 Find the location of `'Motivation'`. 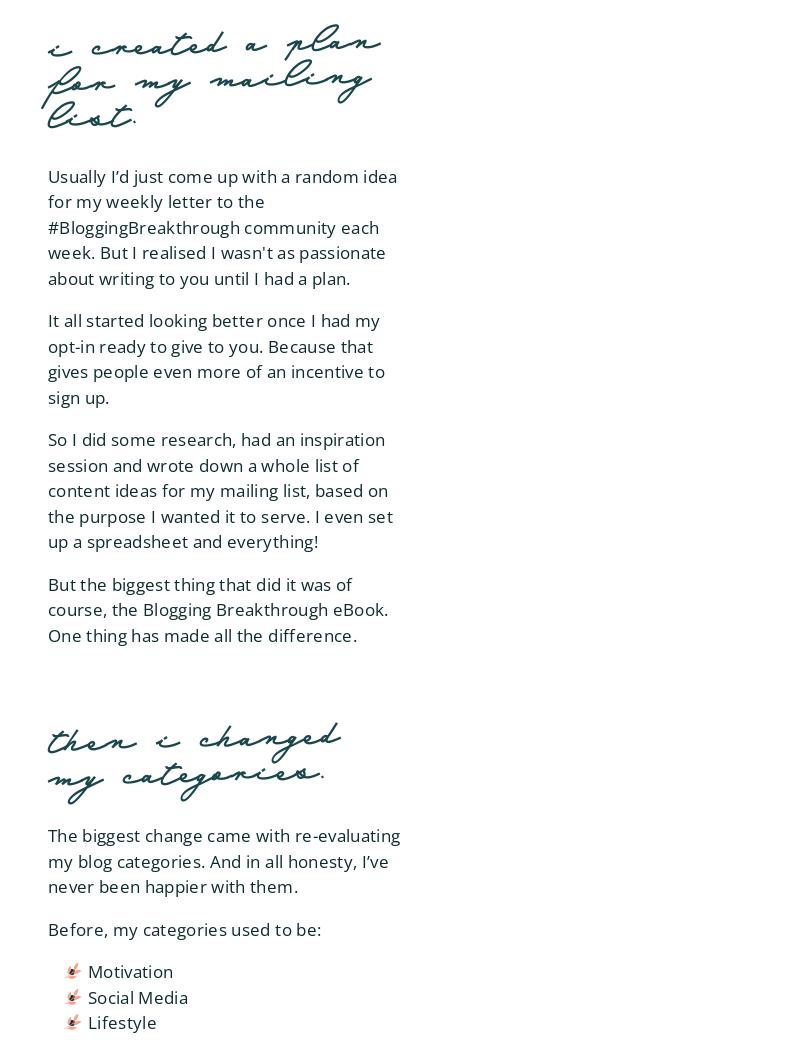

'Motivation' is located at coordinates (129, 971).